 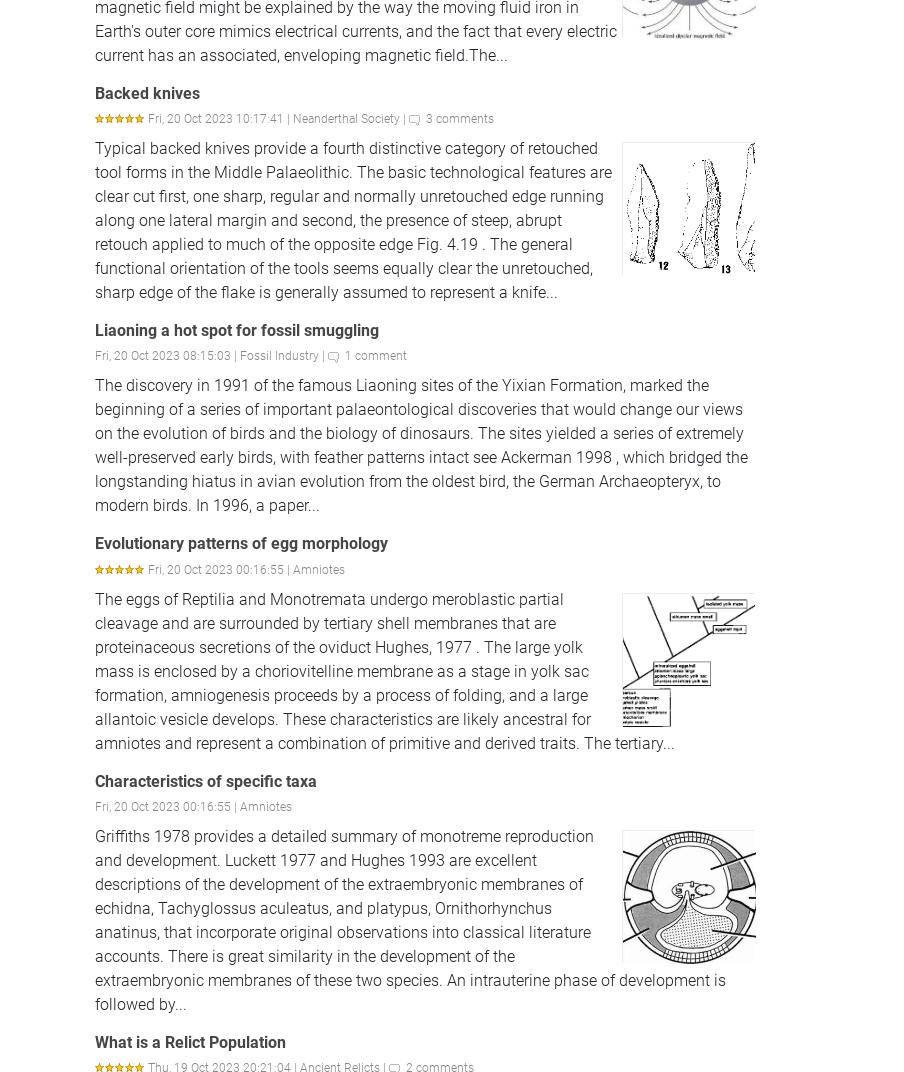 I want to click on 'Fossil Industry', so click(x=278, y=356).